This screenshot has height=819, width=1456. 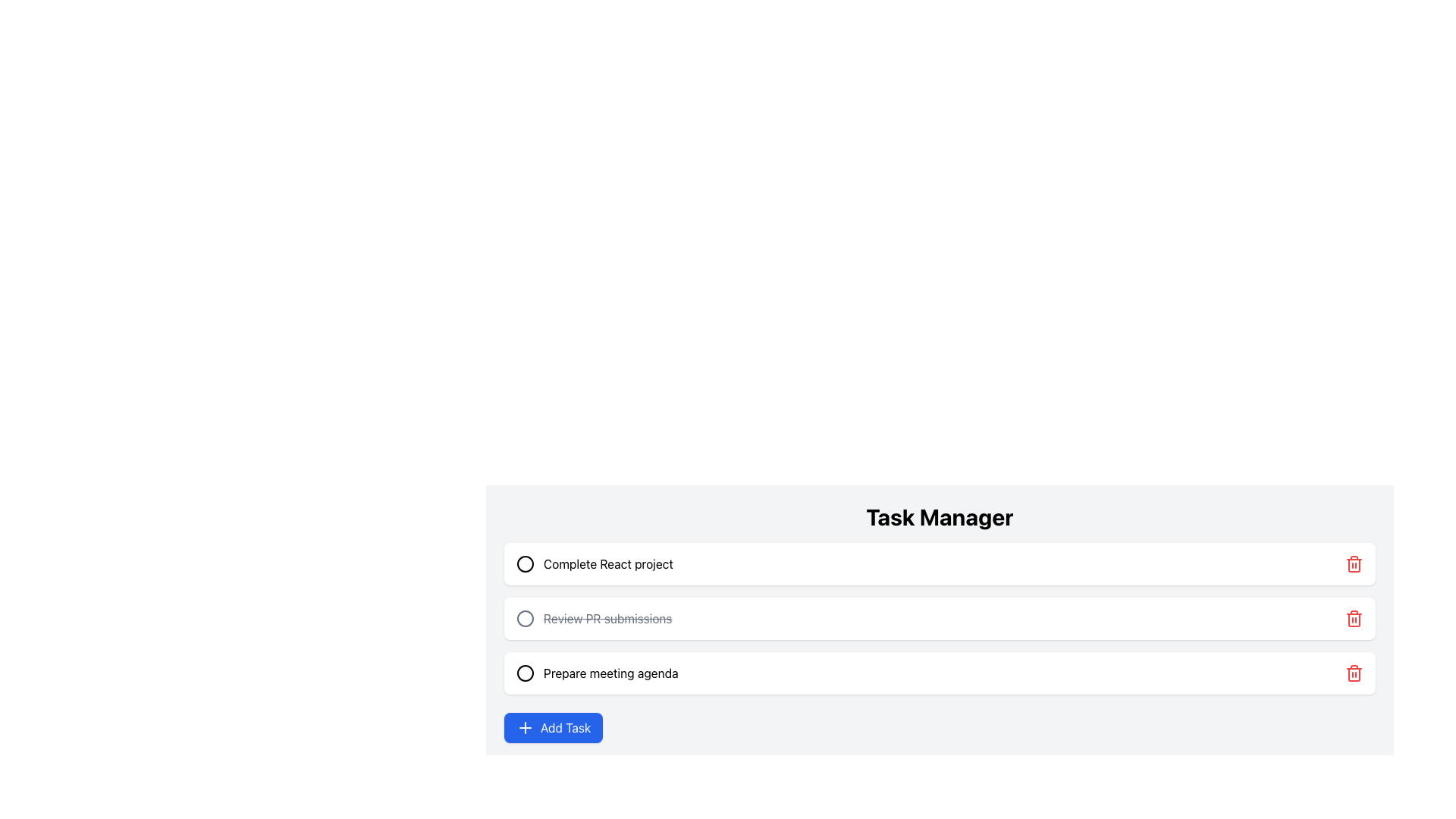 What do you see at coordinates (593, 619) in the screenshot?
I see `the second task item in the task management interface that displays the text 'Review PR submissions' and has an unselected checkbox to focus on it` at bounding box center [593, 619].